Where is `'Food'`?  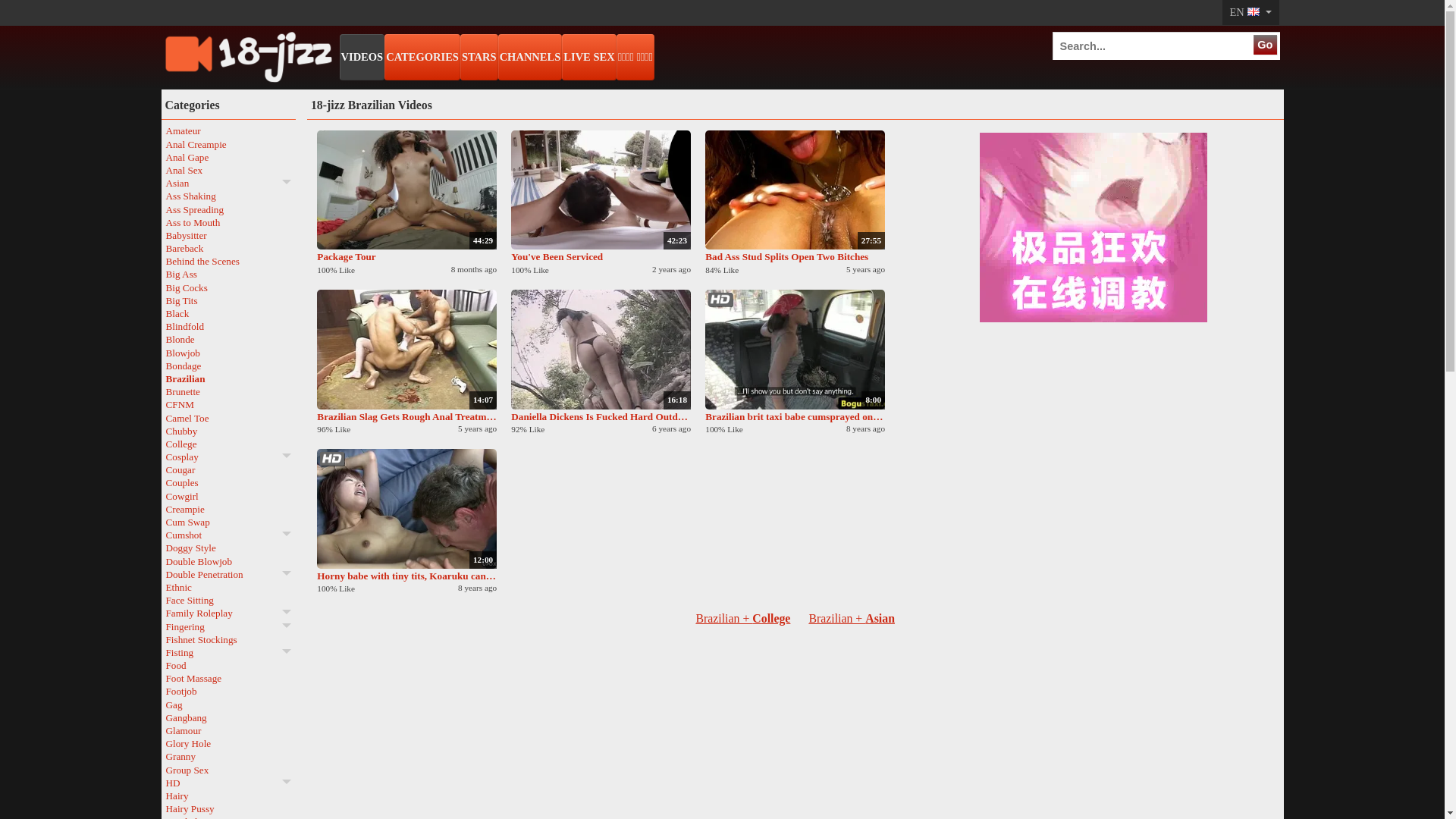
'Food' is located at coordinates (227, 664).